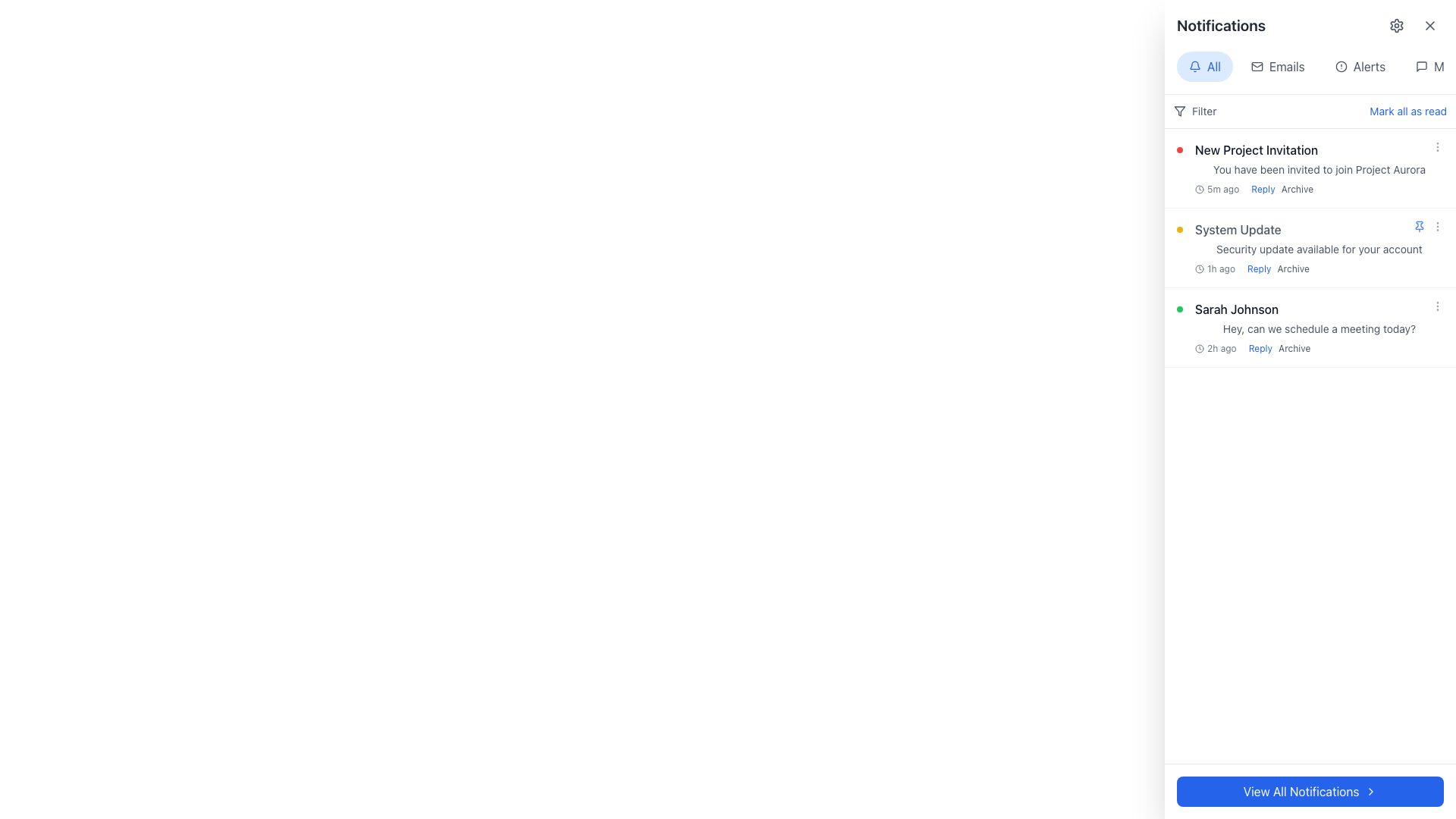  What do you see at coordinates (1429, 26) in the screenshot?
I see `the Close button icon within the circular button at the top-right corner of the notification panel` at bounding box center [1429, 26].